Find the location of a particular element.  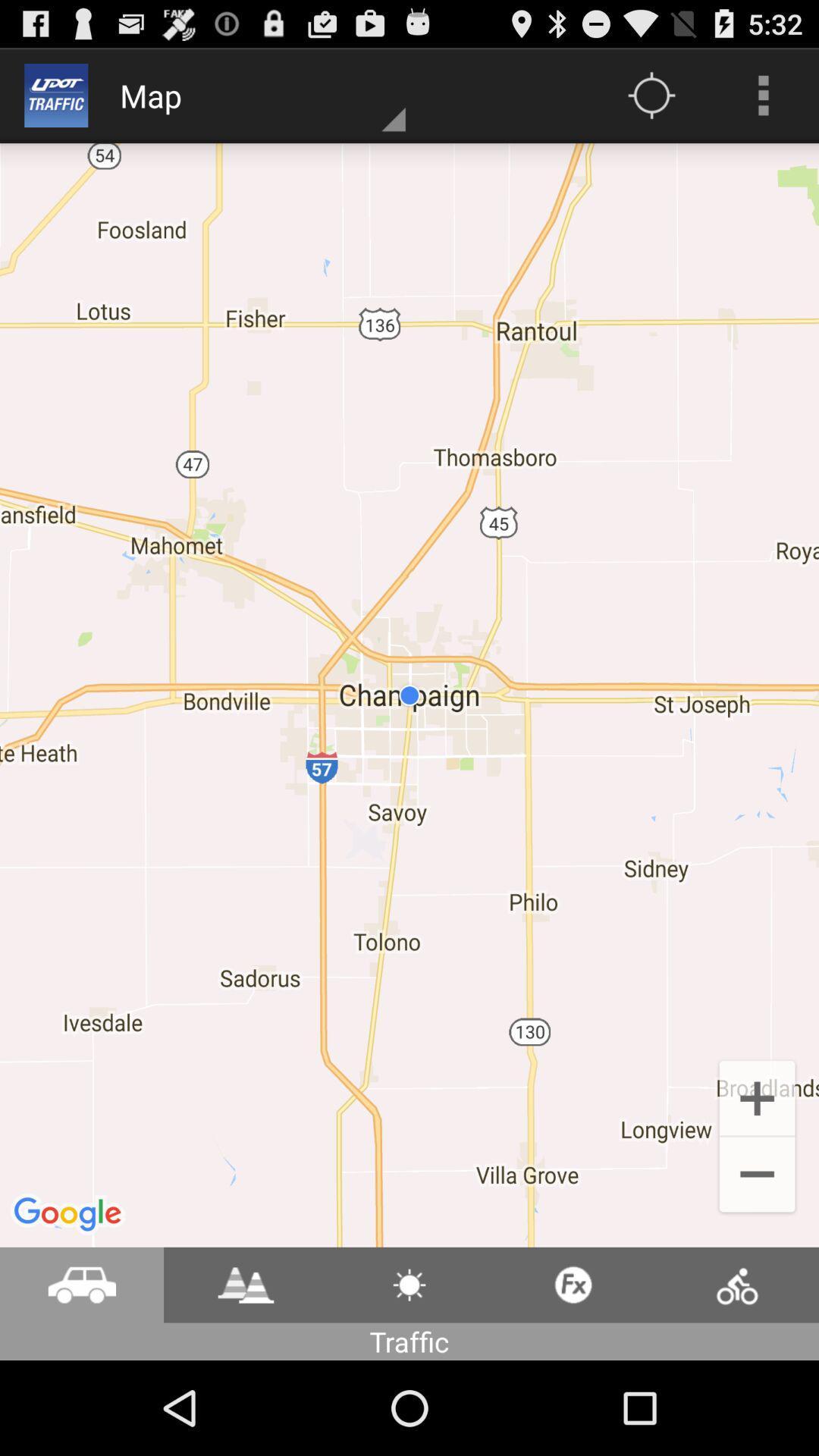

the add icon is located at coordinates (757, 1173).